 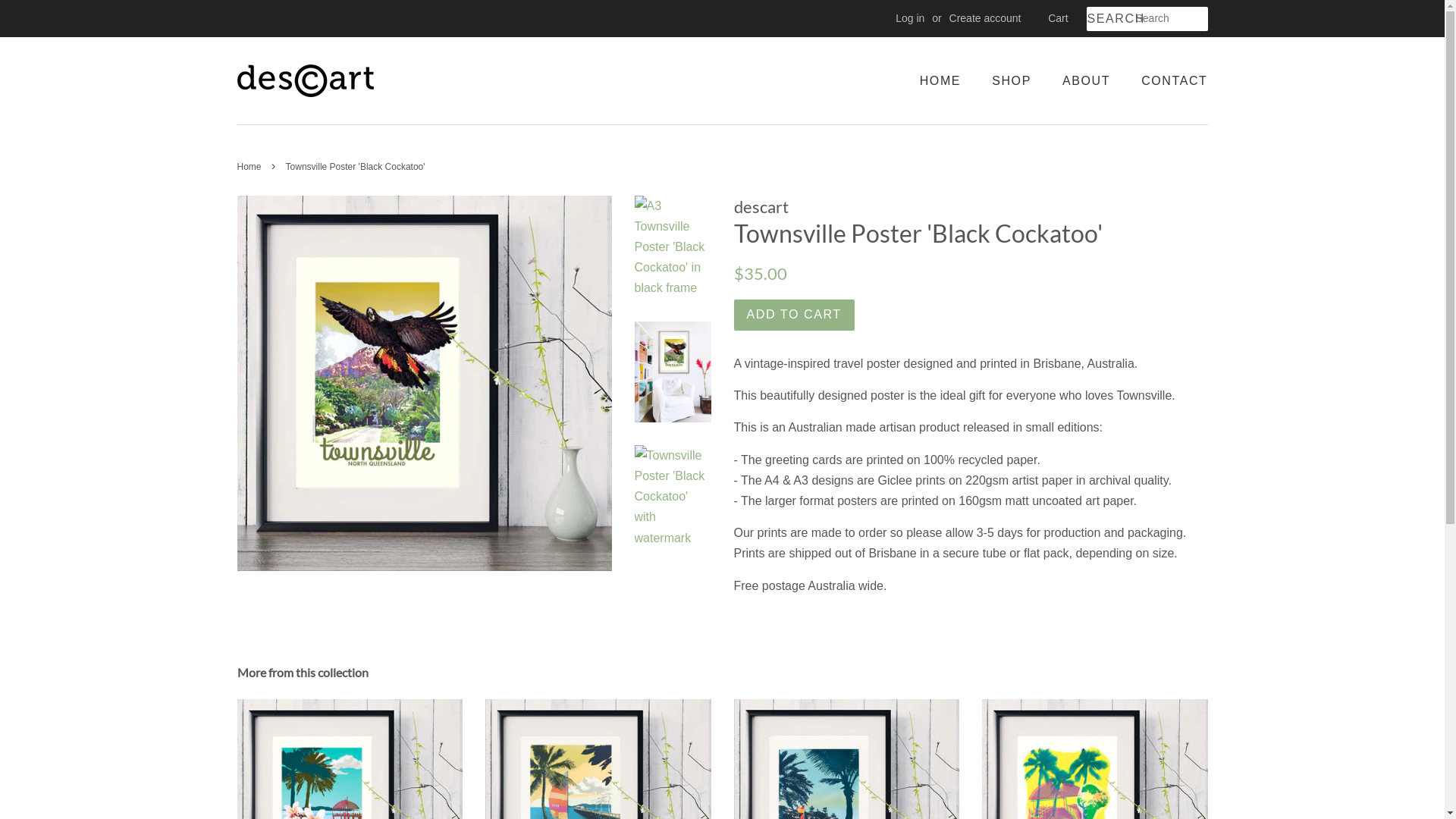 What do you see at coordinates (985, 17) in the screenshot?
I see `'Create account'` at bounding box center [985, 17].